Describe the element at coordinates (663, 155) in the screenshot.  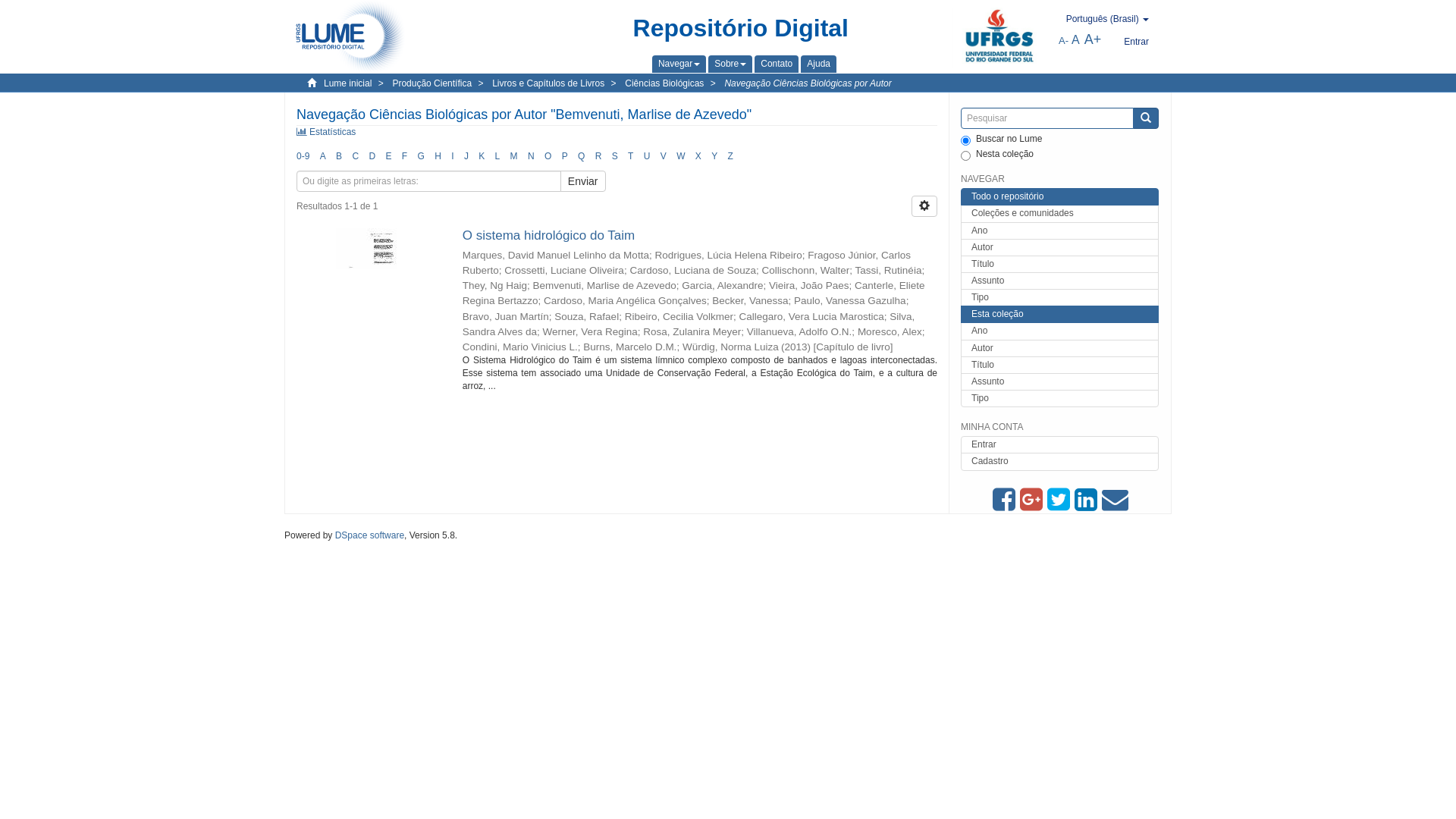
I see `'V'` at that location.